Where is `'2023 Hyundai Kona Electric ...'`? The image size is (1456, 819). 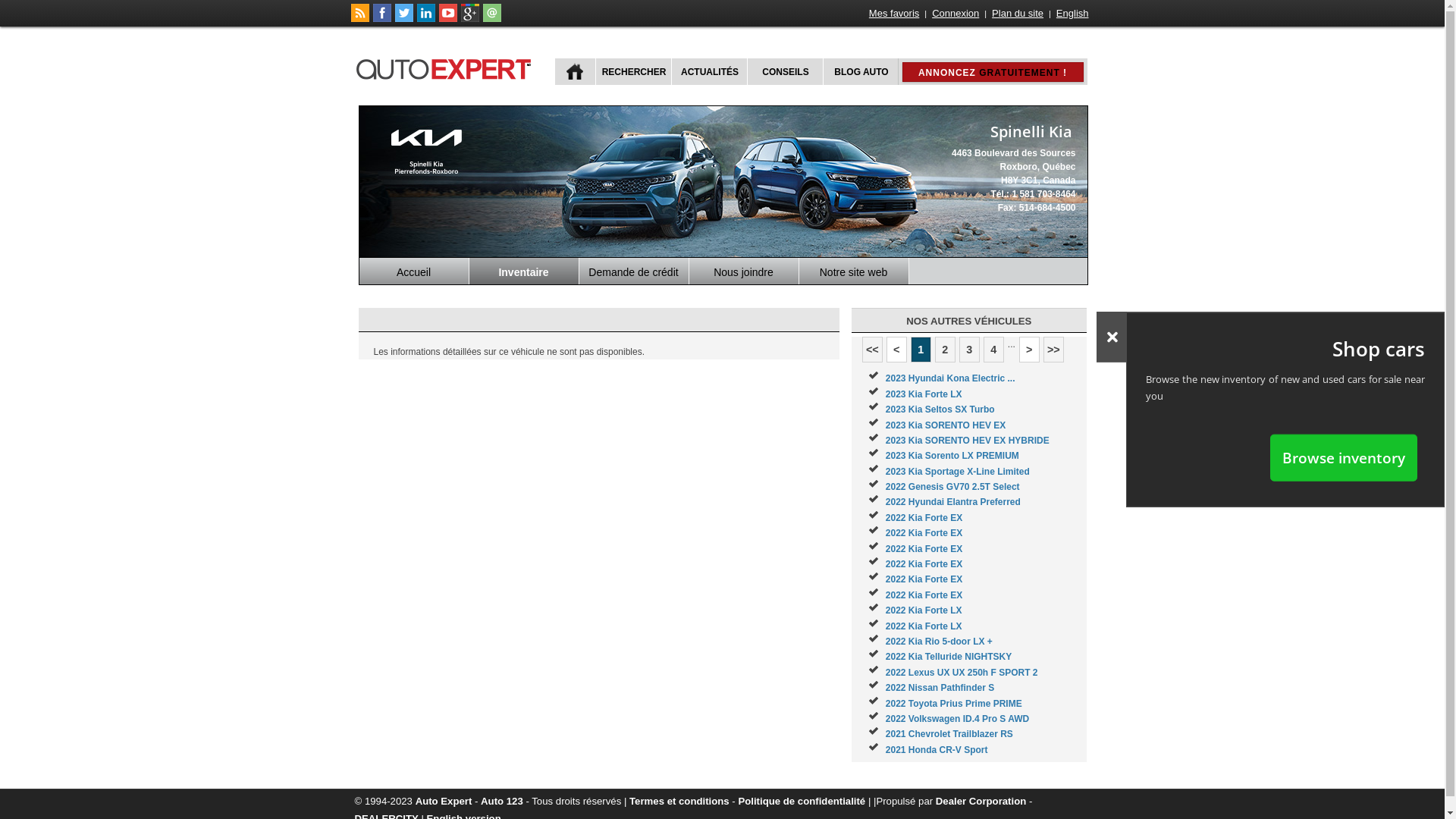 '2023 Hyundai Kona Electric ...' is located at coordinates (885, 377).